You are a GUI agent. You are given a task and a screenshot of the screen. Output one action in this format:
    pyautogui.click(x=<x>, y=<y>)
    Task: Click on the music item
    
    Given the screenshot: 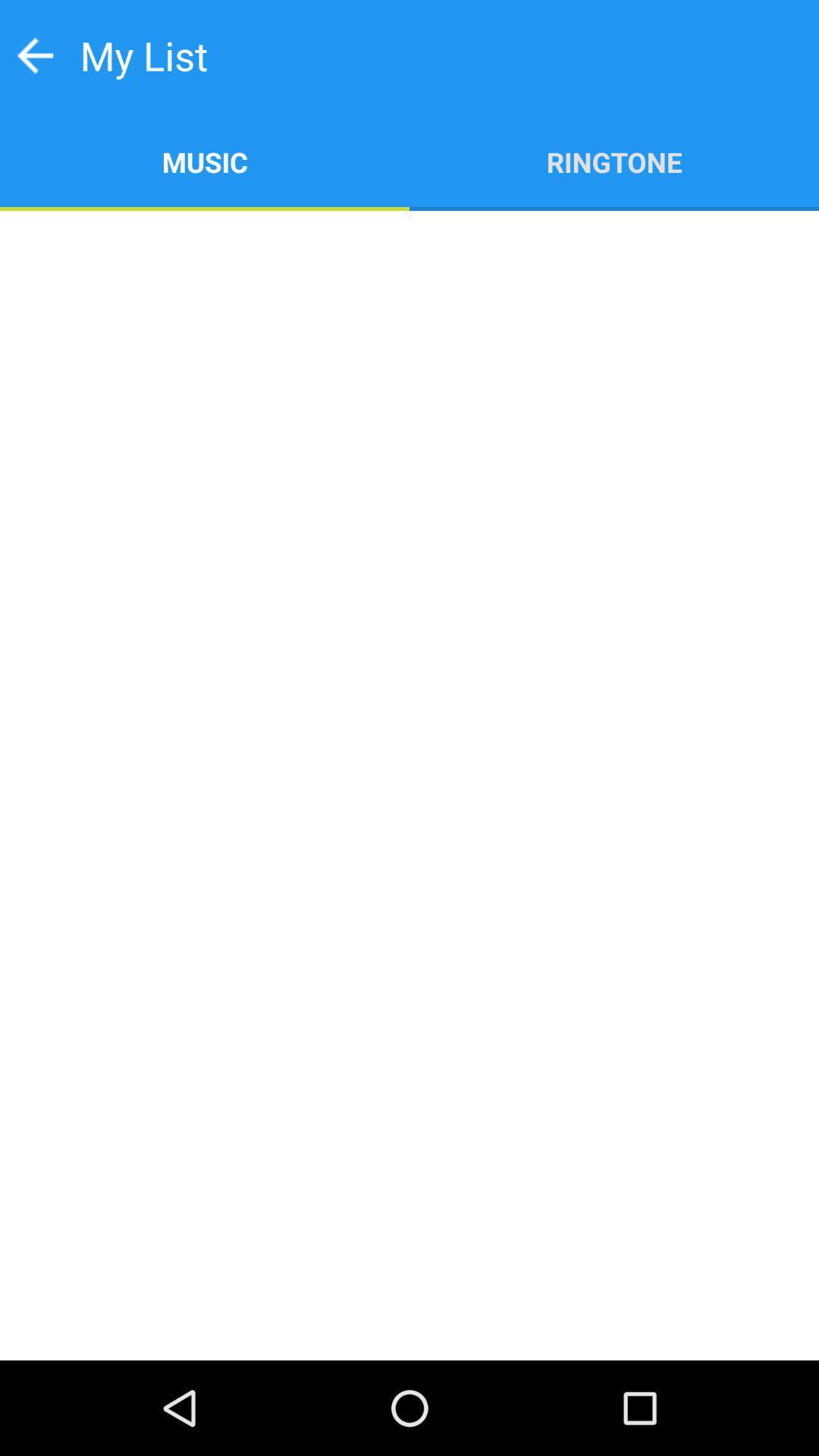 What is the action you would take?
    pyautogui.click(x=205, y=161)
    